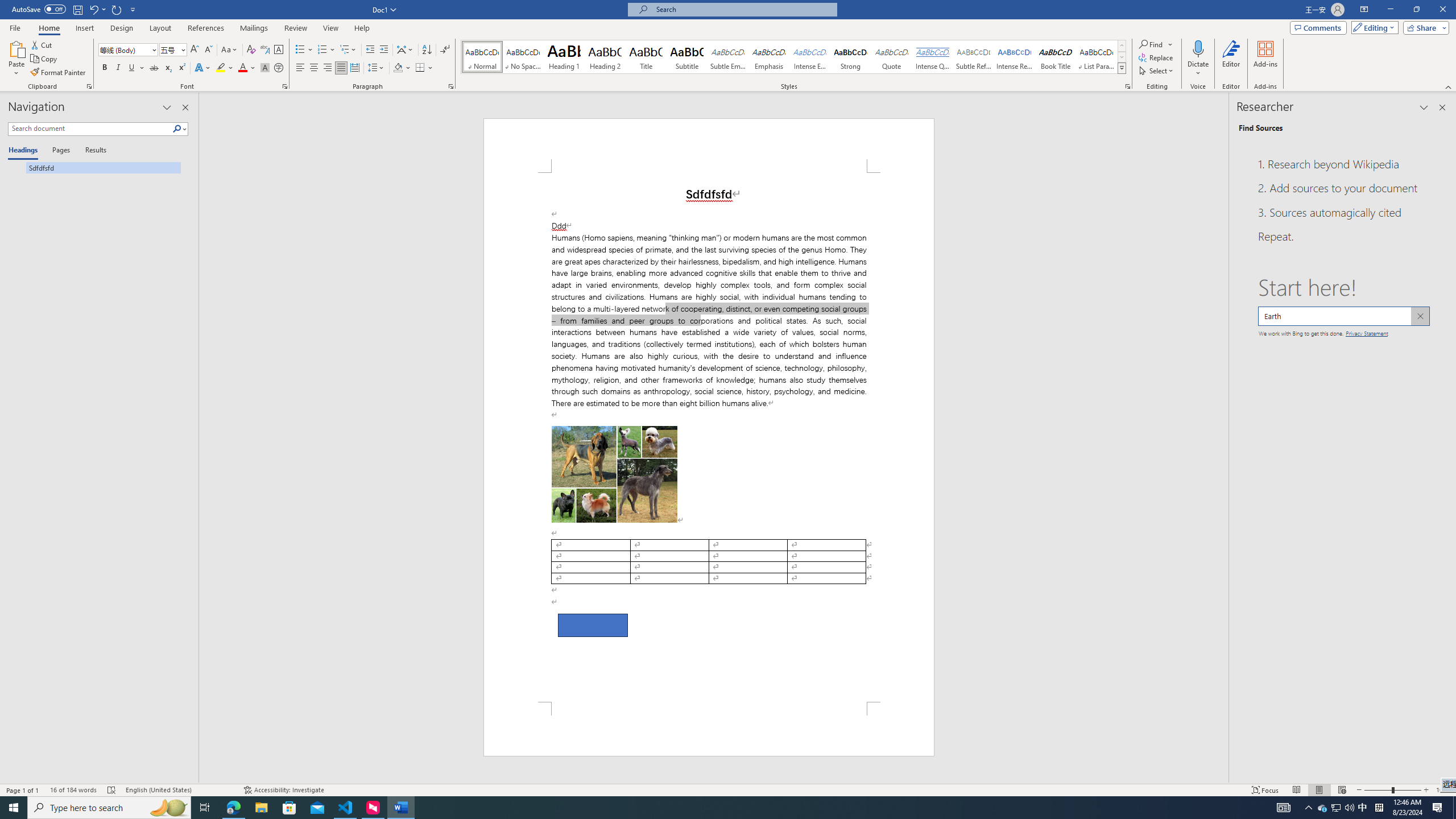 Image resolution: width=1456 pixels, height=819 pixels. I want to click on 'Home', so click(48, 28).